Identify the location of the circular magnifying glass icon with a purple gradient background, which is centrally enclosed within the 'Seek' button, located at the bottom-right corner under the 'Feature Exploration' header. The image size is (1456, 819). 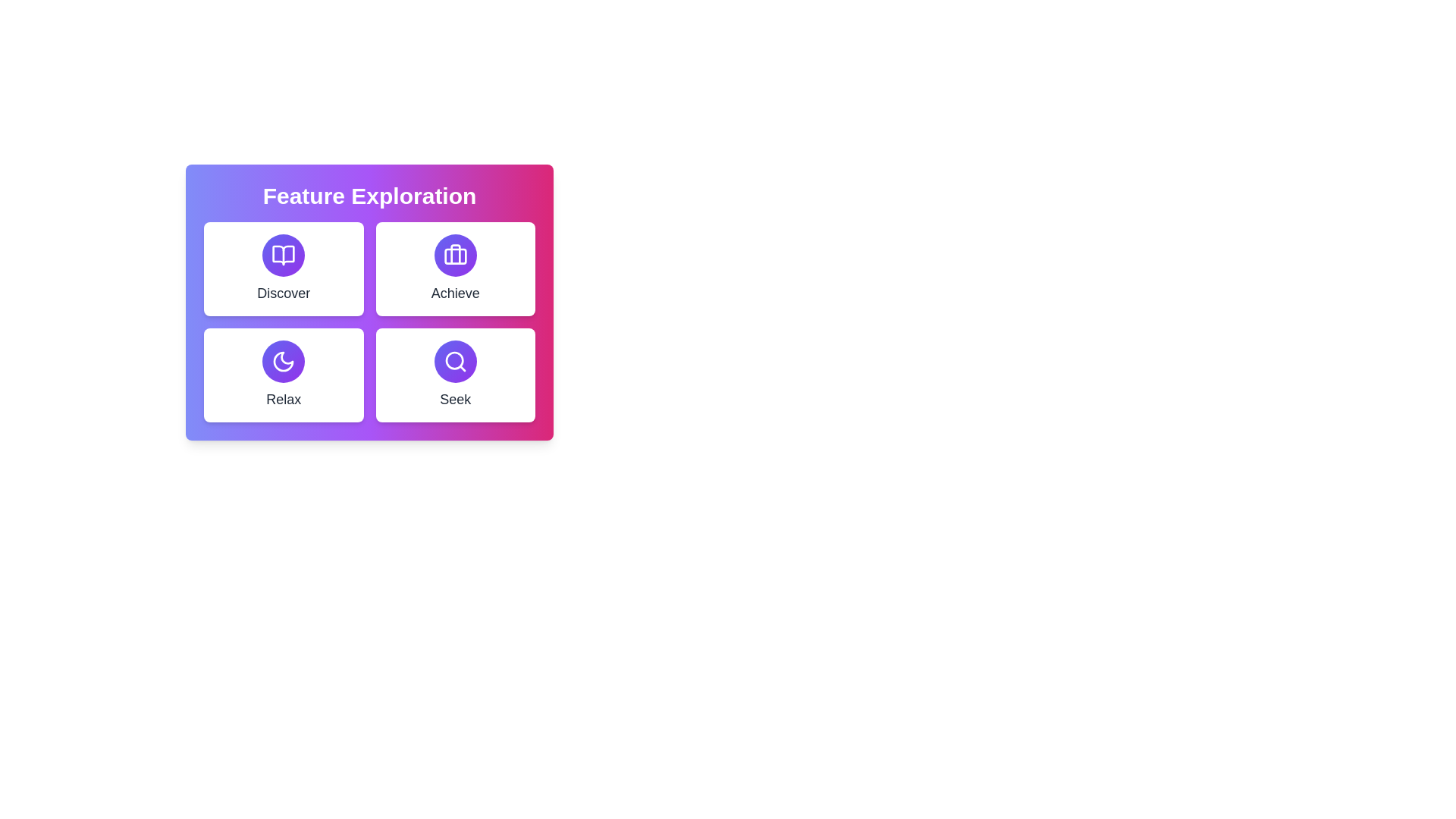
(454, 362).